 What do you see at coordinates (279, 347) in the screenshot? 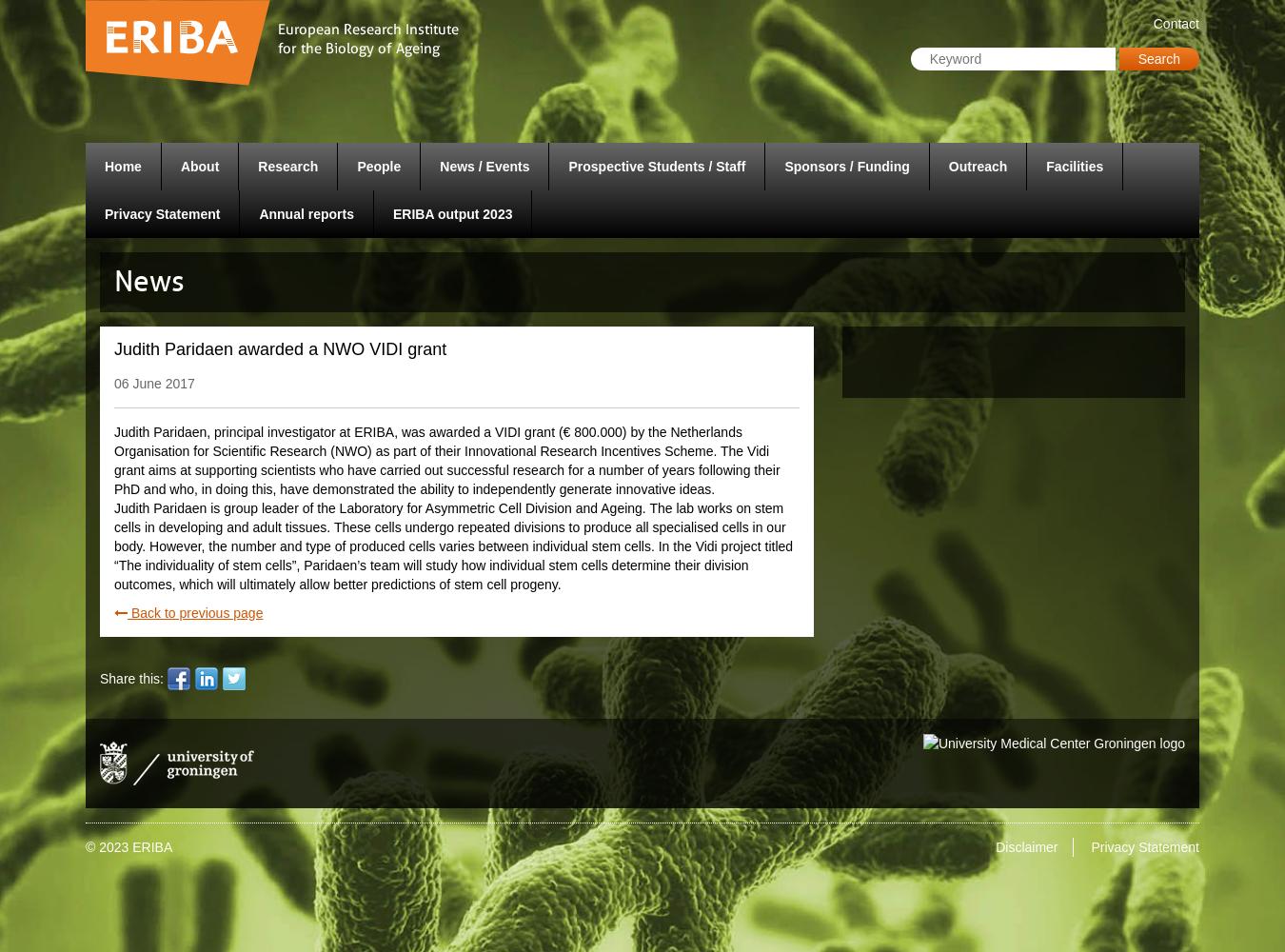
I see `'Judith Paridaen awarded a NWO VIDI grant'` at bounding box center [279, 347].